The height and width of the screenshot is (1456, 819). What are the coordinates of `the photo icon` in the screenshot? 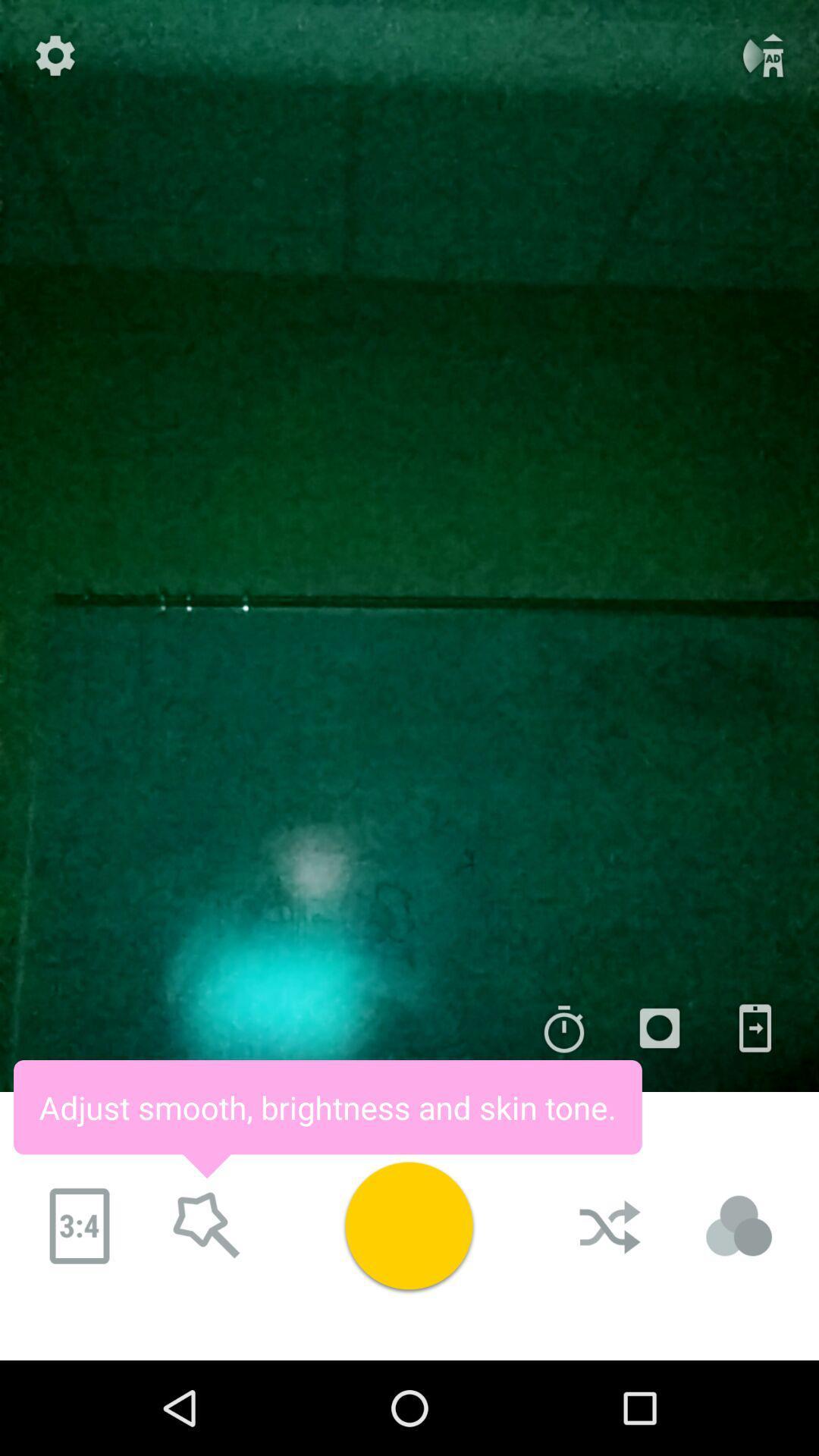 It's located at (659, 1028).